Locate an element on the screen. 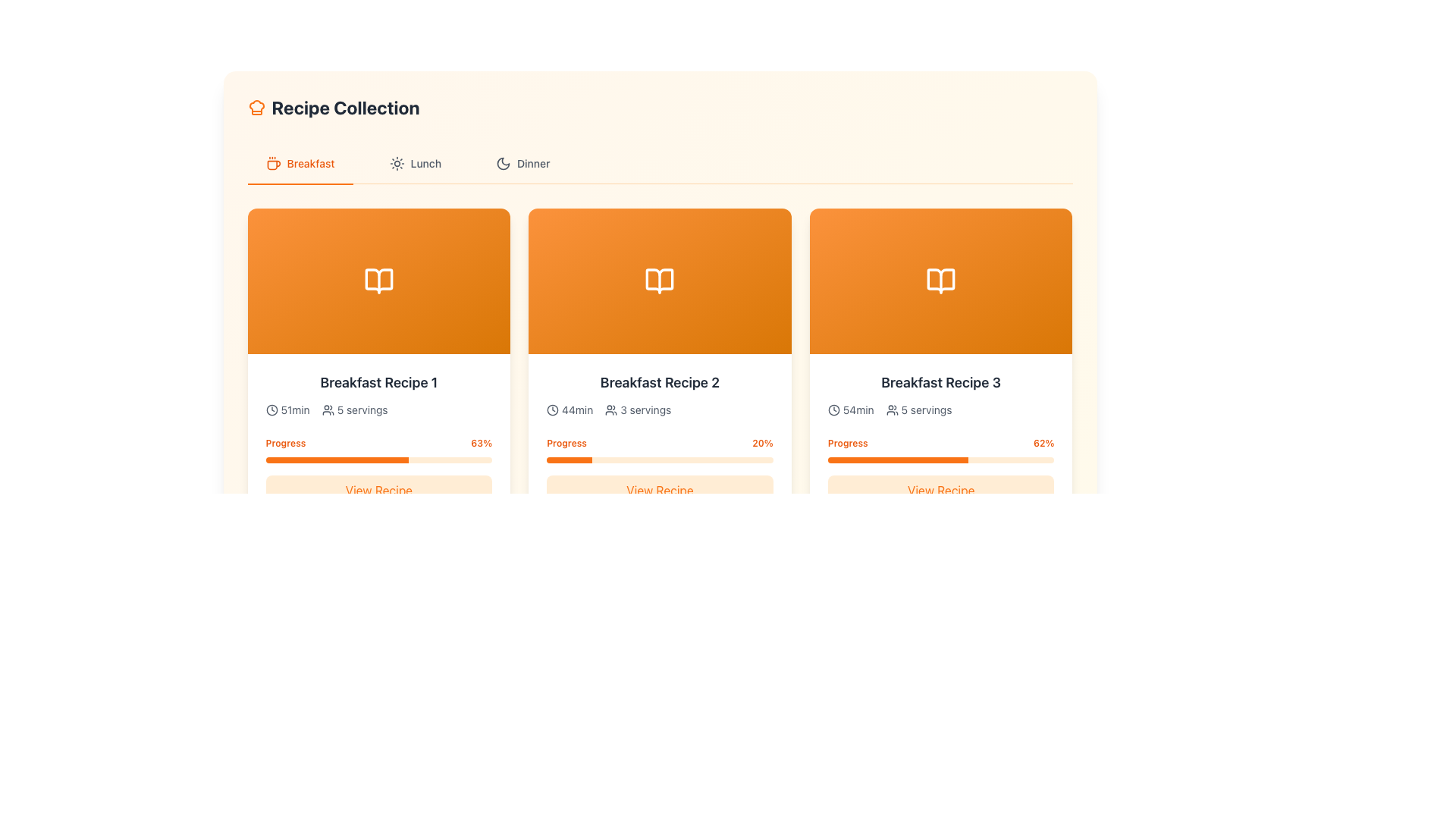  the progress indication on the orange progress bar labeled '20%' within the 'Breakfast Recipe 2' card is located at coordinates (660, 446).